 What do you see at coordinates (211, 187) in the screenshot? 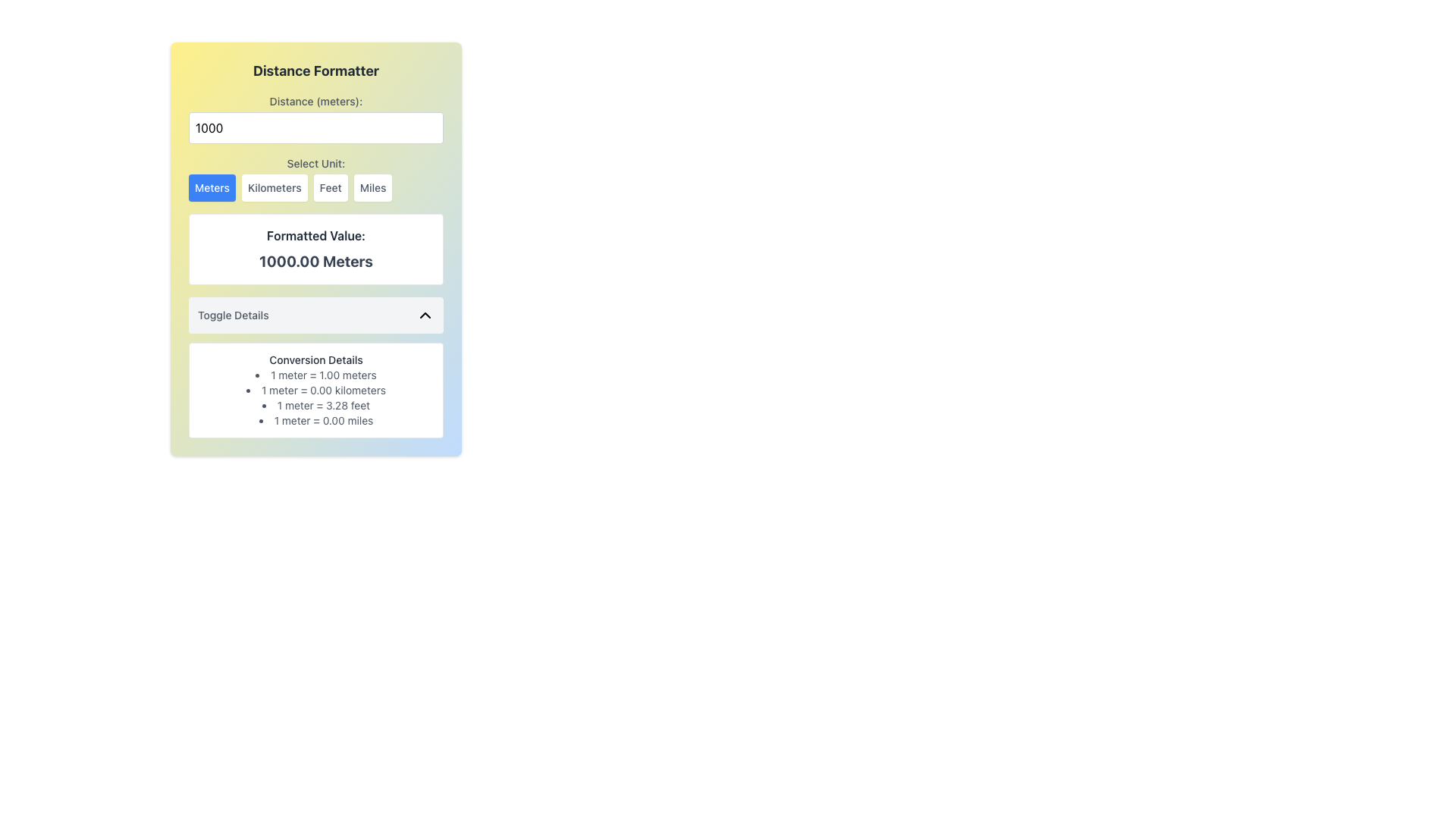
I see `the button` at bounding box center [211, 187].